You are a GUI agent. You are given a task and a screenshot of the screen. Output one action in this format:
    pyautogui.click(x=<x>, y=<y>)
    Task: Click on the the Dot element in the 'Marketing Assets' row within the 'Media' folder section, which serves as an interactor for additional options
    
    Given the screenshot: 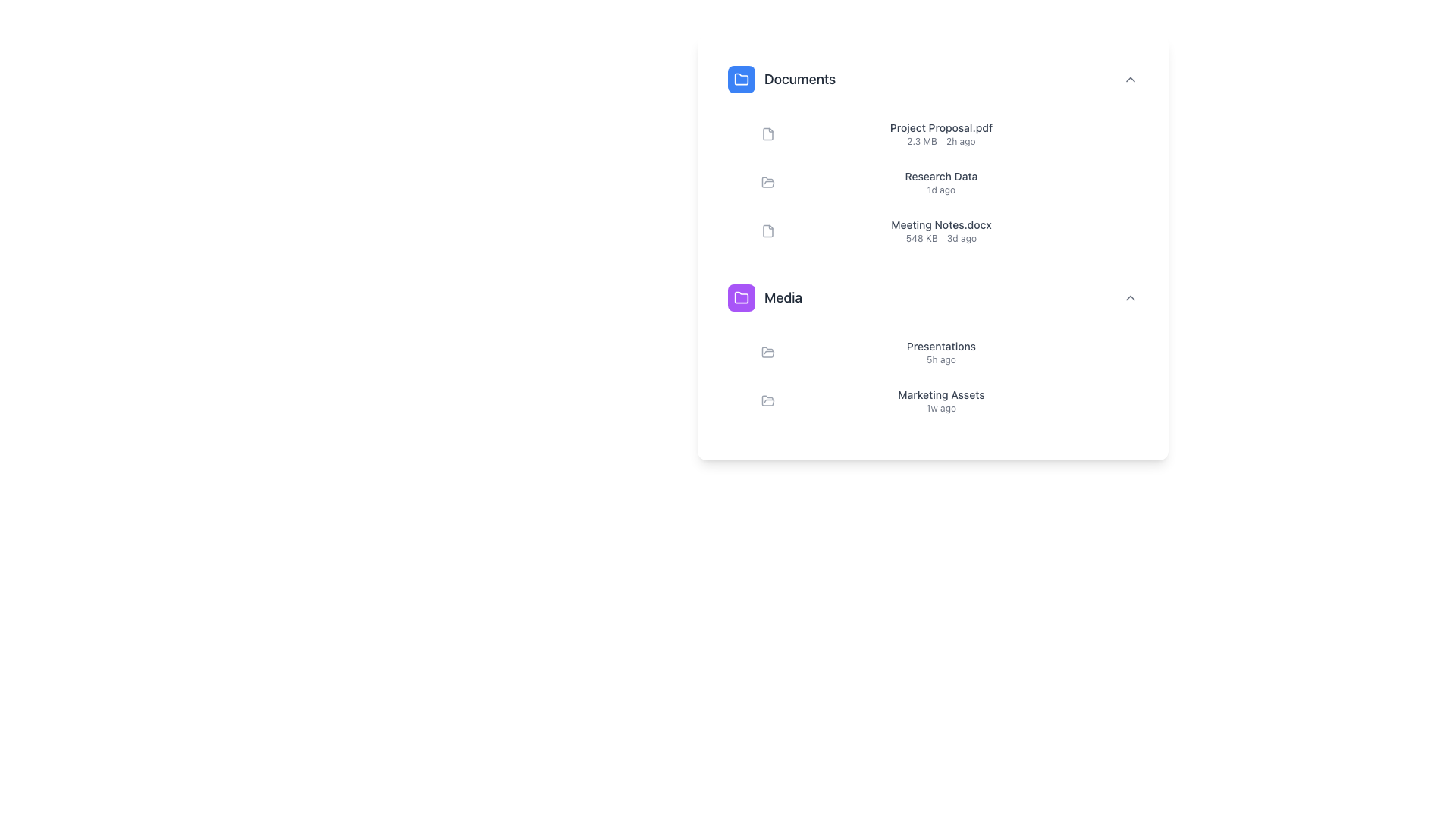 What is the action you would take?
    pyautogui.click(x=1120, y=400)
    